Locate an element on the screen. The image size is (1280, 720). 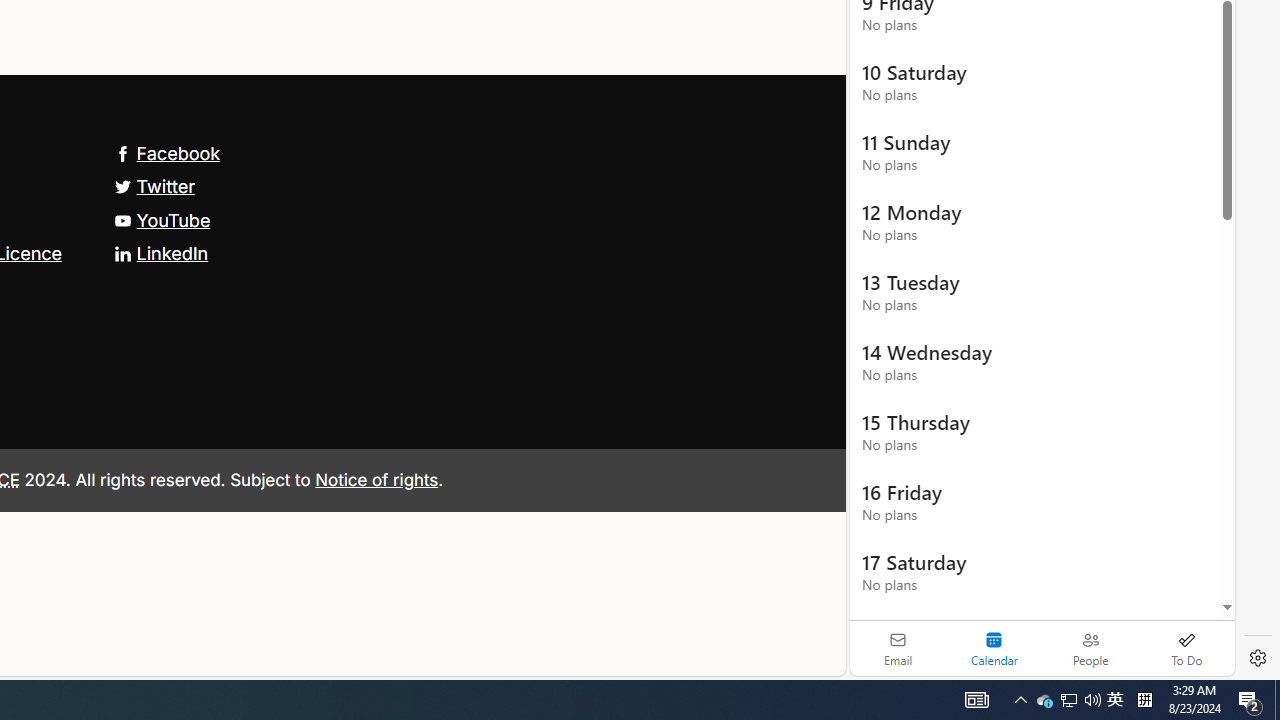
'LinkedIn' is located at coordinates (161, 252).